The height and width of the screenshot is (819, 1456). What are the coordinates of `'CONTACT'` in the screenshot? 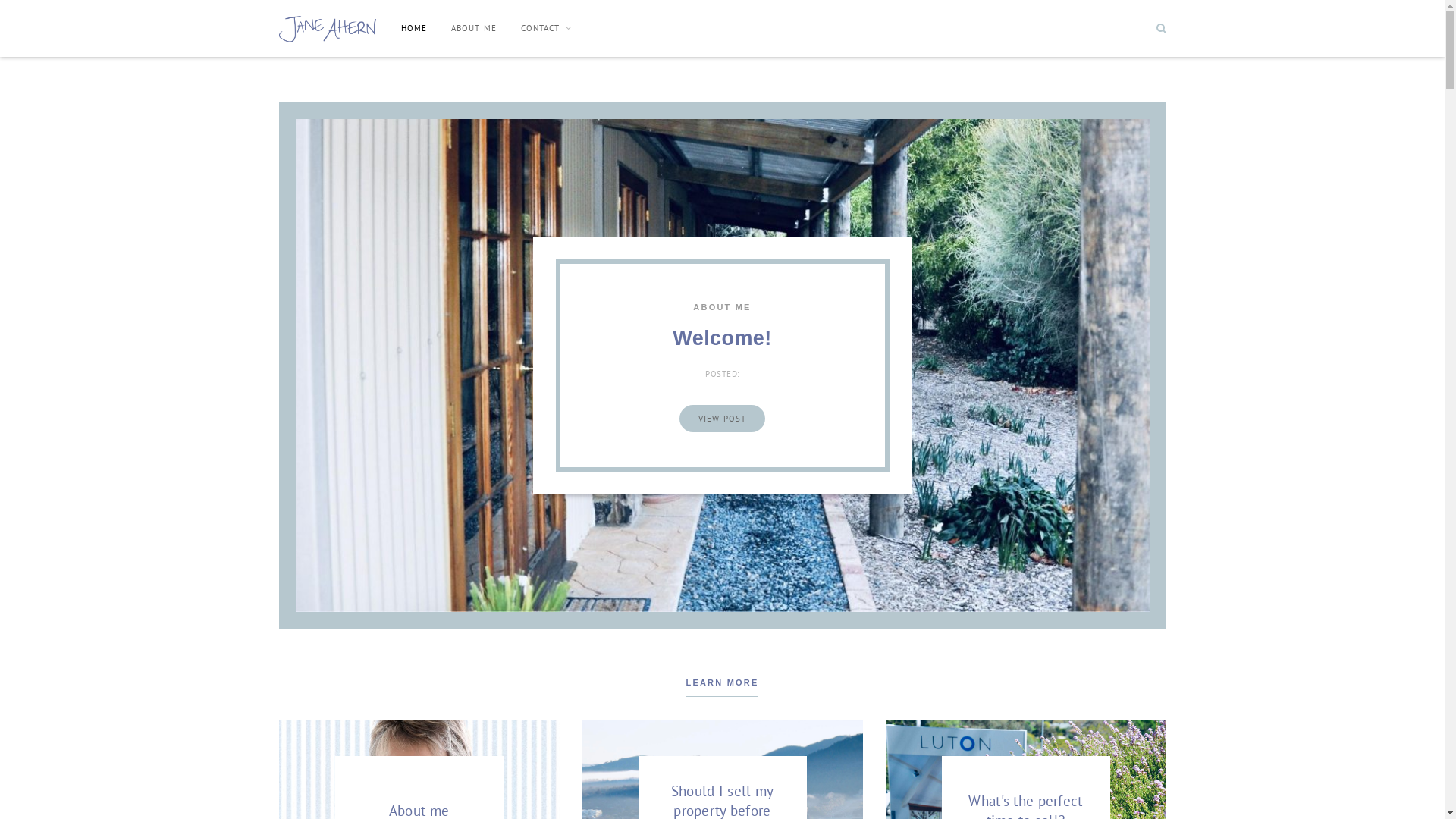 It's located at (546, 28).